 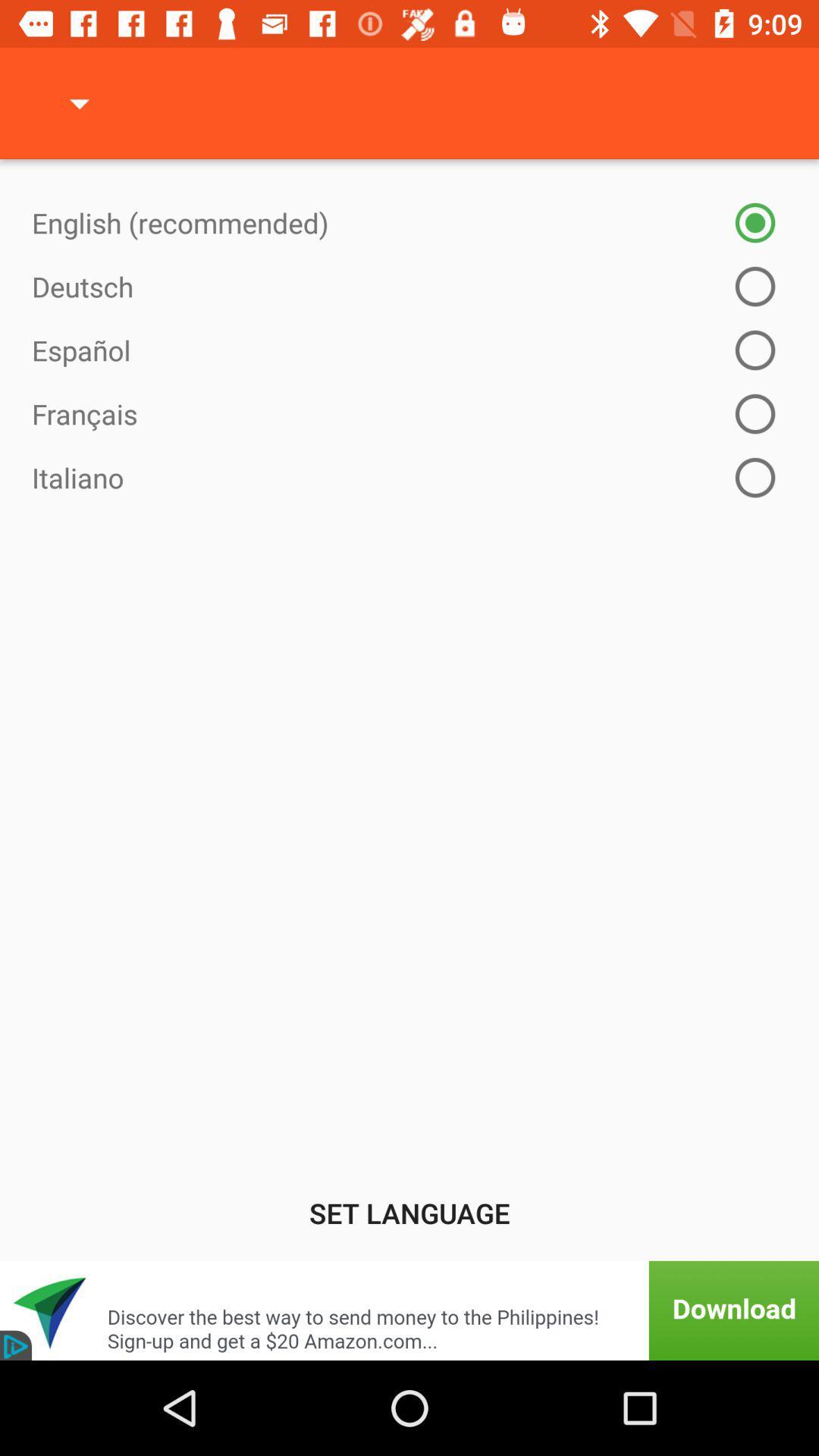 I want to click on set language item, so click(x=409, y=1212).